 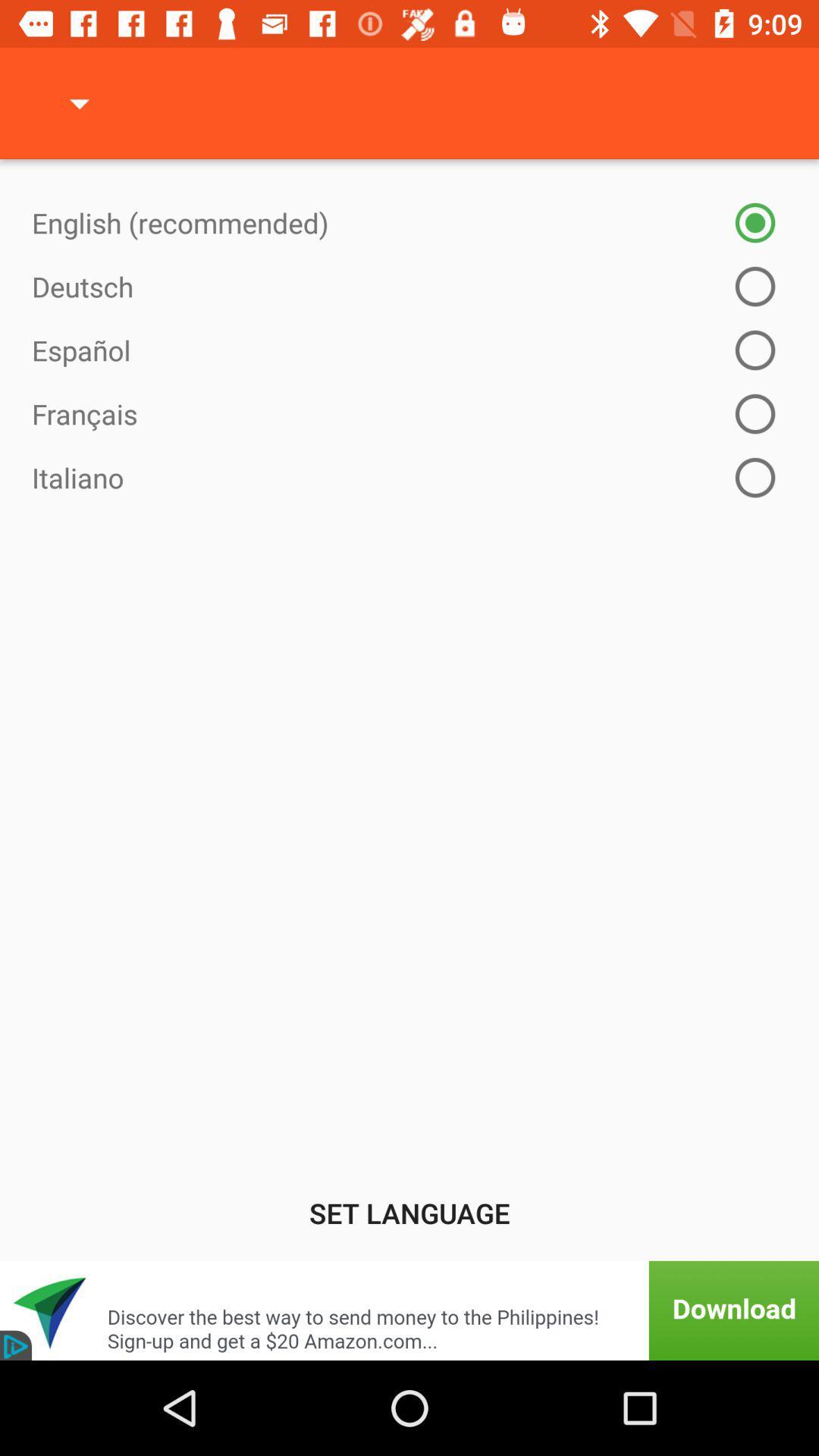 I want to click on set language item, so click(x=409, y=1212).